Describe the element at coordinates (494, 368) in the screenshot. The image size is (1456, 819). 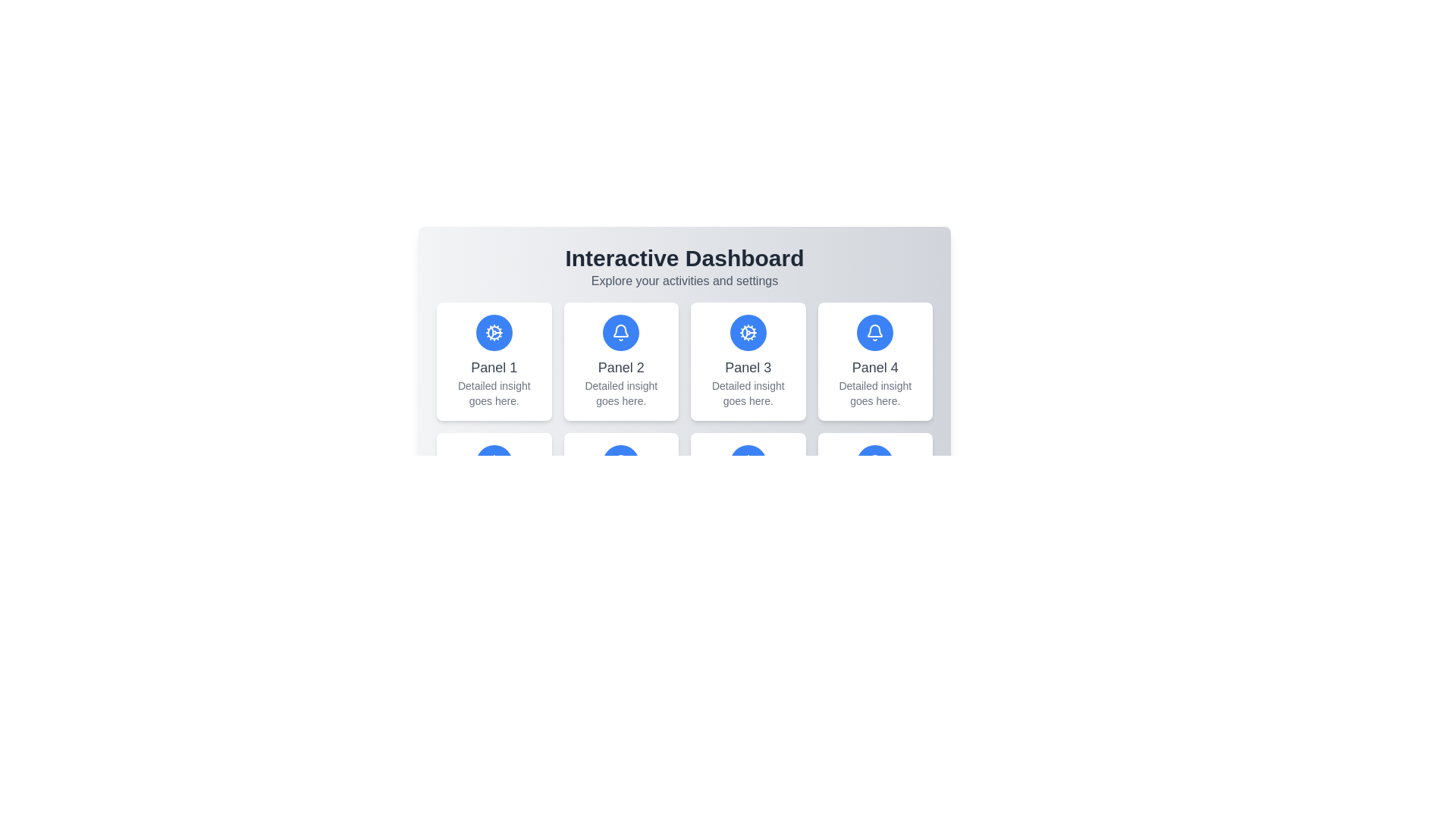
I see `text content of the Text Label identified as 'Panel 1', which is located in the top left card of a grid layout, positioned below a blue circular icon with a cogwheel symbol` at that location.